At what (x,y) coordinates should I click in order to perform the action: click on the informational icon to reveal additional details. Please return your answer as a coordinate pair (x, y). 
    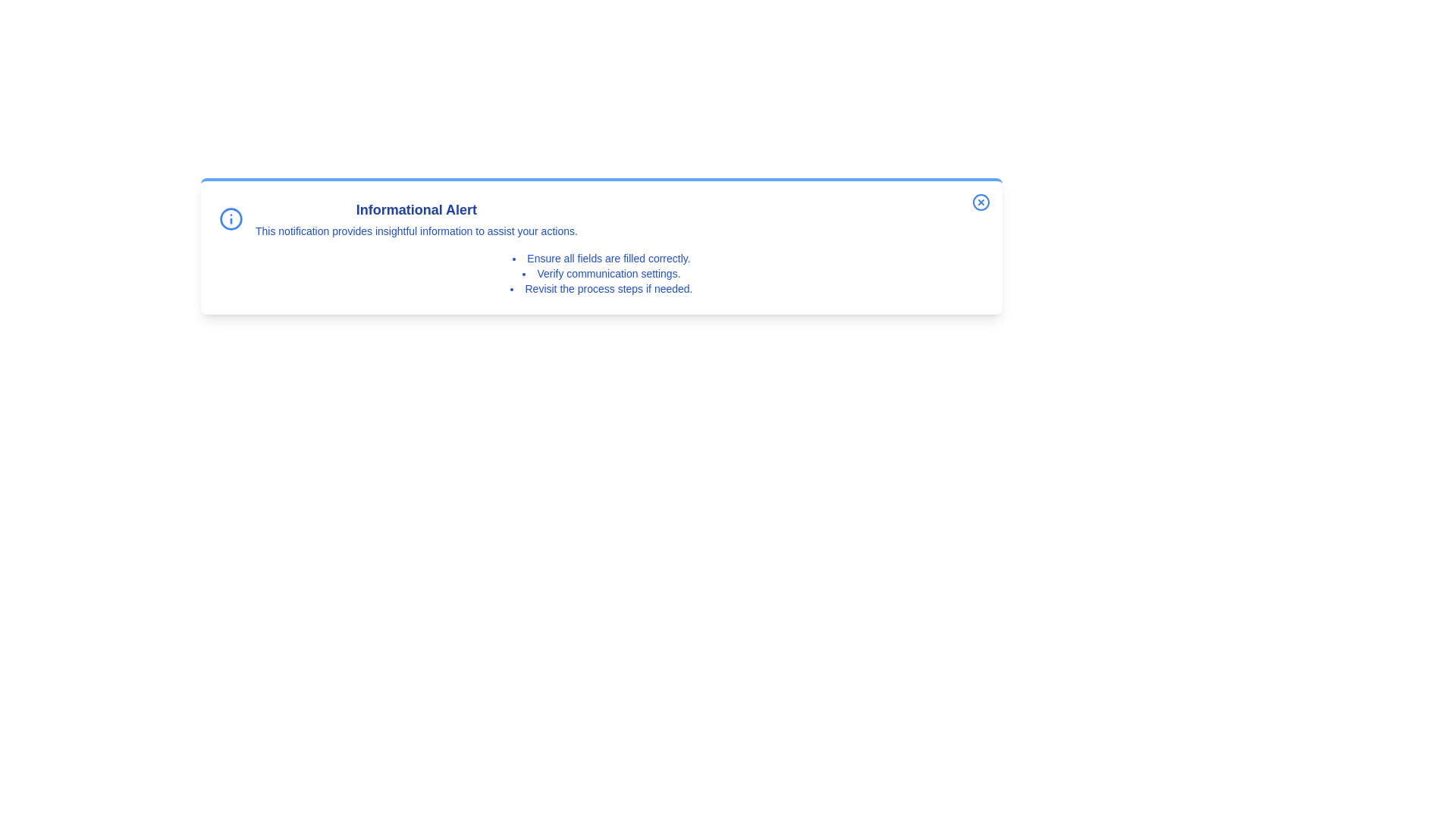
    Looking at the image, I should click on (231, 219).